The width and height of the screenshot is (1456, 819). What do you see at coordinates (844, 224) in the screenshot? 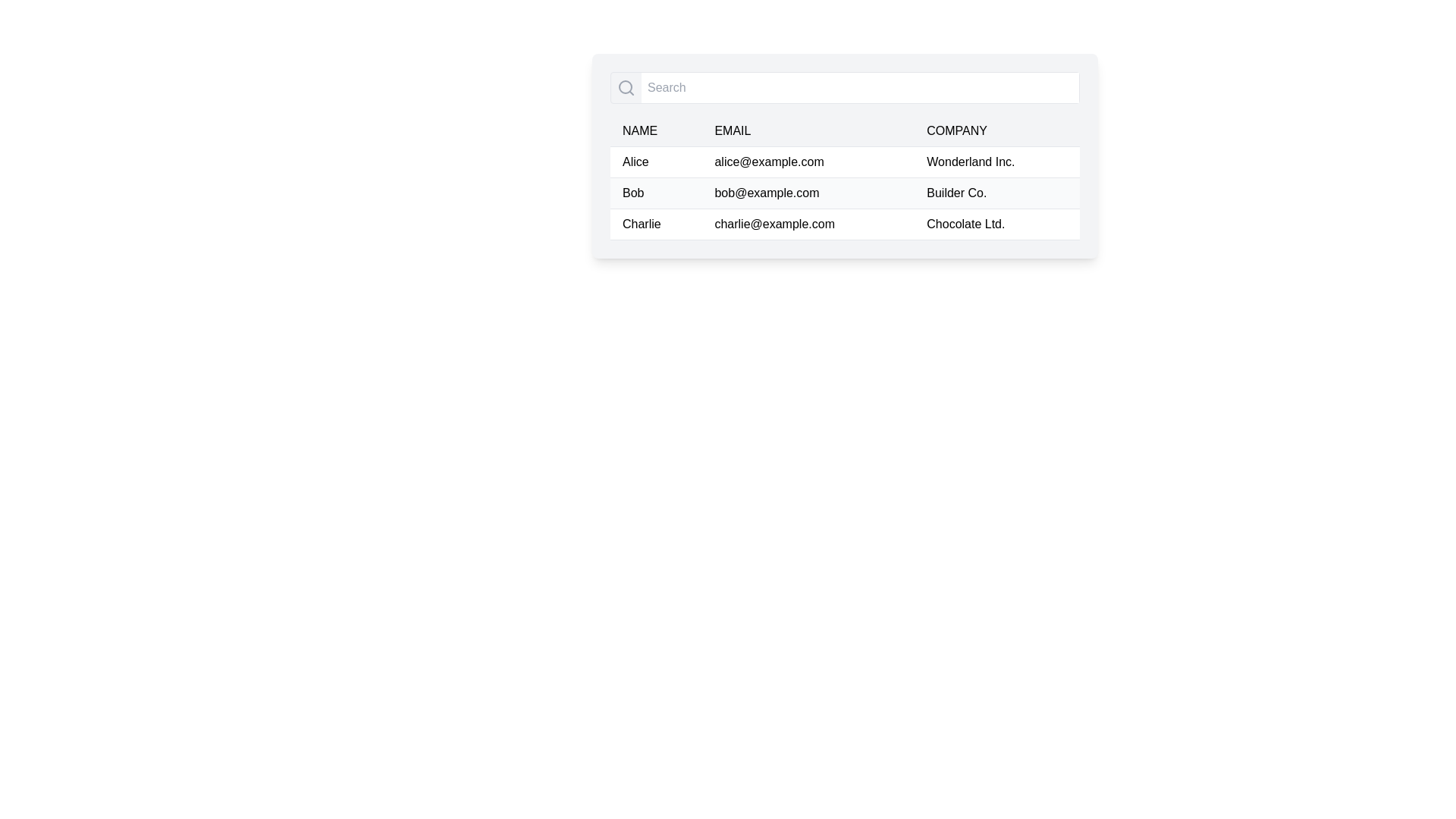
I see `on the third row of the table that contains the name 'Charlie', email 'charlie@example.com', and company 'Chocolate Ltd.'` at bounding box center [844, 224].